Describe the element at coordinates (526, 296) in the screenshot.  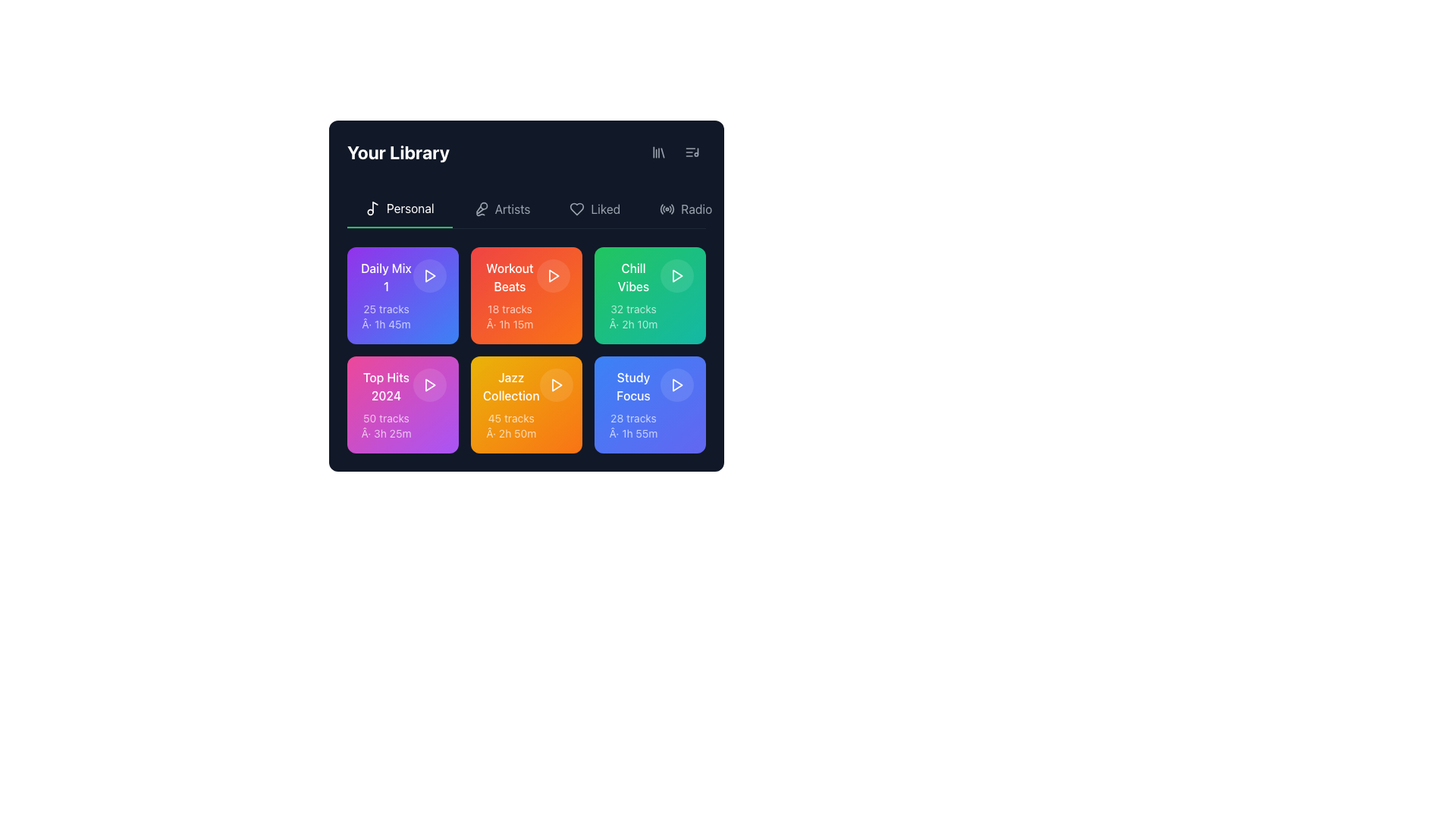
I see `the 'Workout Beats' playlist item in the user's library` at that location.